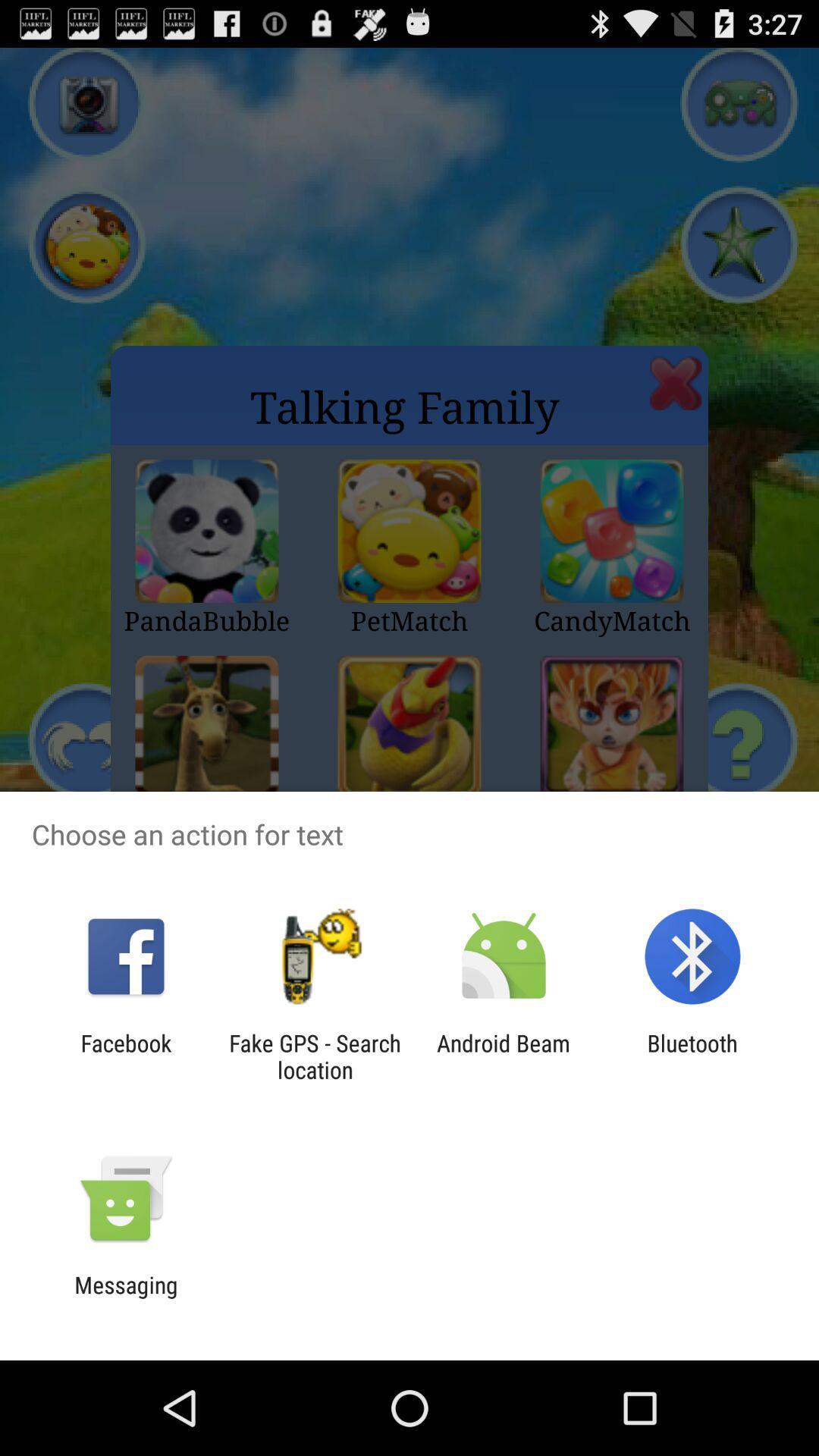 This screenshot has width=819, height=1456. Describe the element at coordinates (692, 1056) in the screenshot. I see `the bluetooth` at that location.